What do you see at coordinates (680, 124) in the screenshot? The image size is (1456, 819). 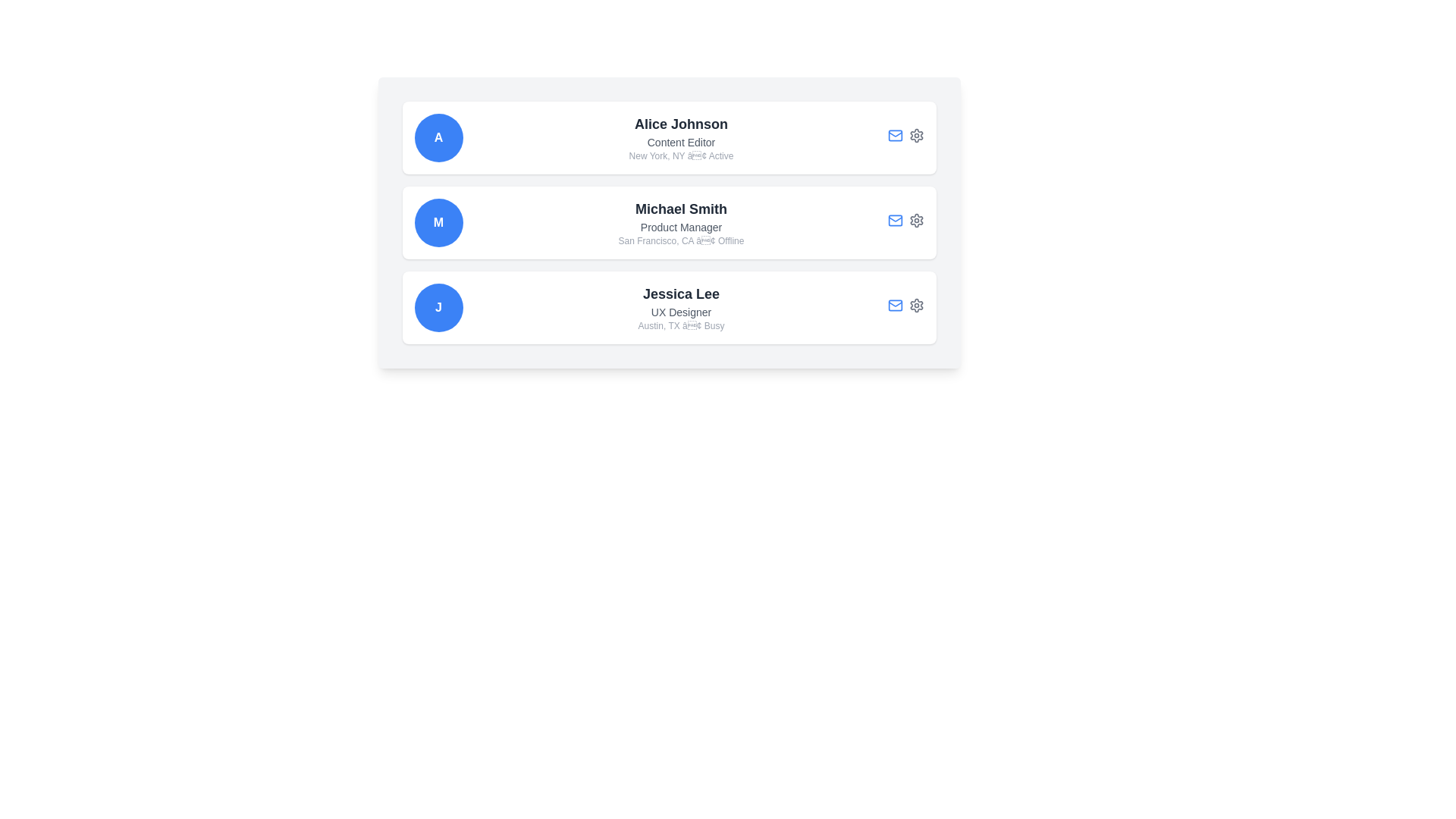 I see `the static text label displaying 'Alice Johnson' in bold, which serves as the main title within its section` at bounding box center [680, 124].